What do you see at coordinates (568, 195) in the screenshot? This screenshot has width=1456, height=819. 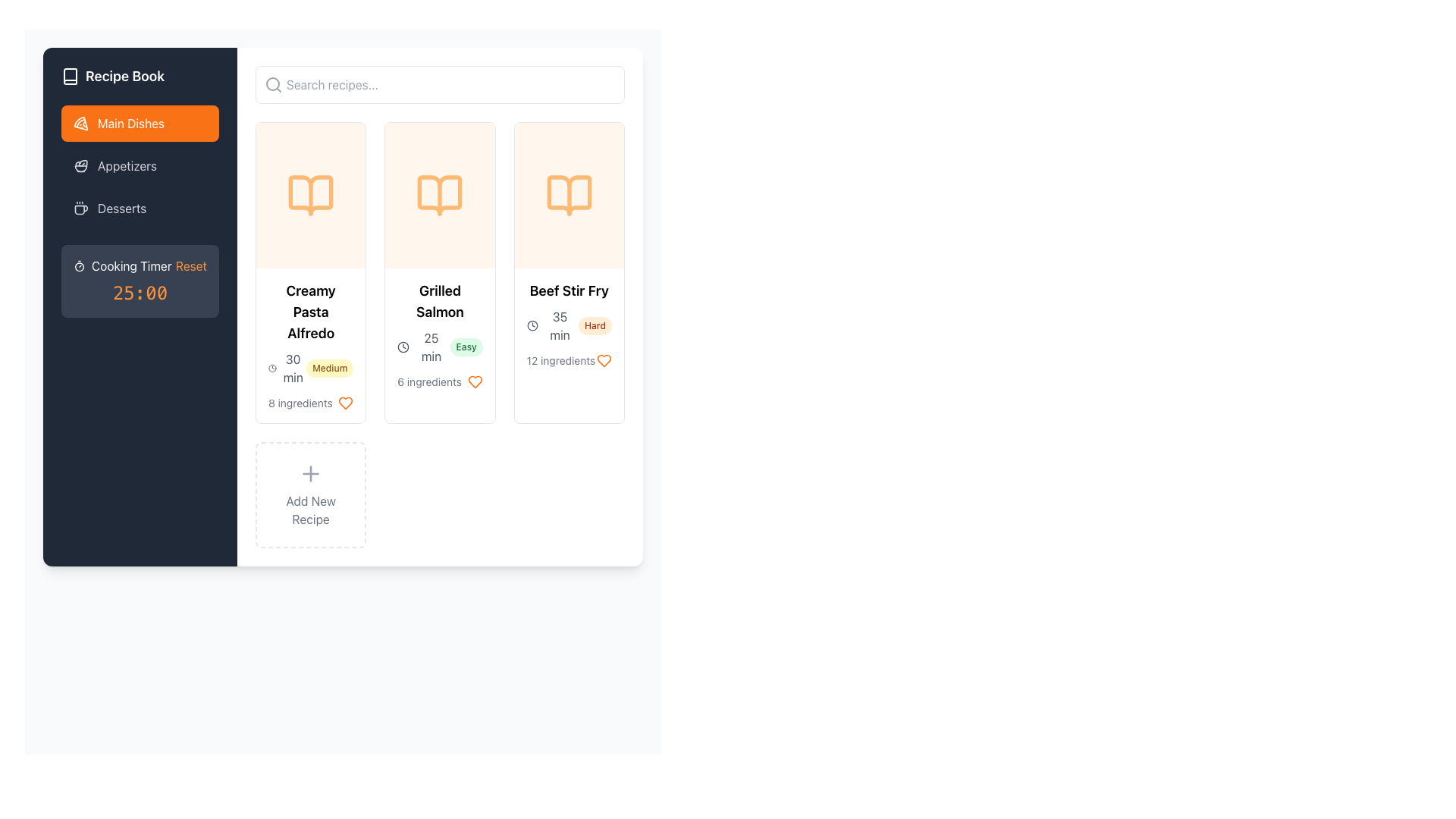 I see `the recipe-related icon located in the third card from the left in the horizontally arranged list of recipe cards` at bounding box center [568, 195].